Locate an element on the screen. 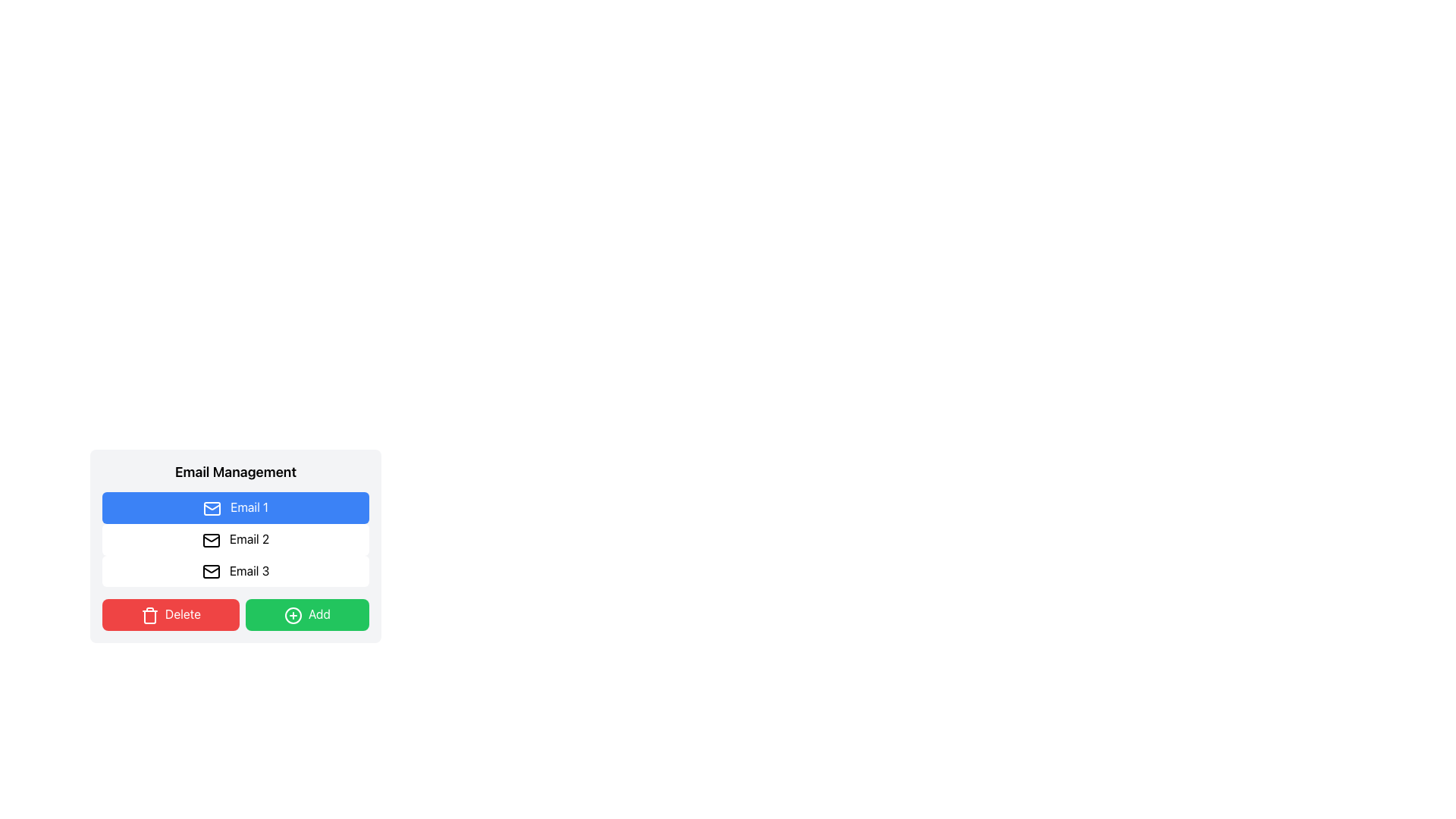 The height and width of the screenshot is (819, 1456). the envelope-shaped icon that is part of the 'Email 1' button, located on a blue background in the 'Email Management' section is located at coordinates (211, 508).